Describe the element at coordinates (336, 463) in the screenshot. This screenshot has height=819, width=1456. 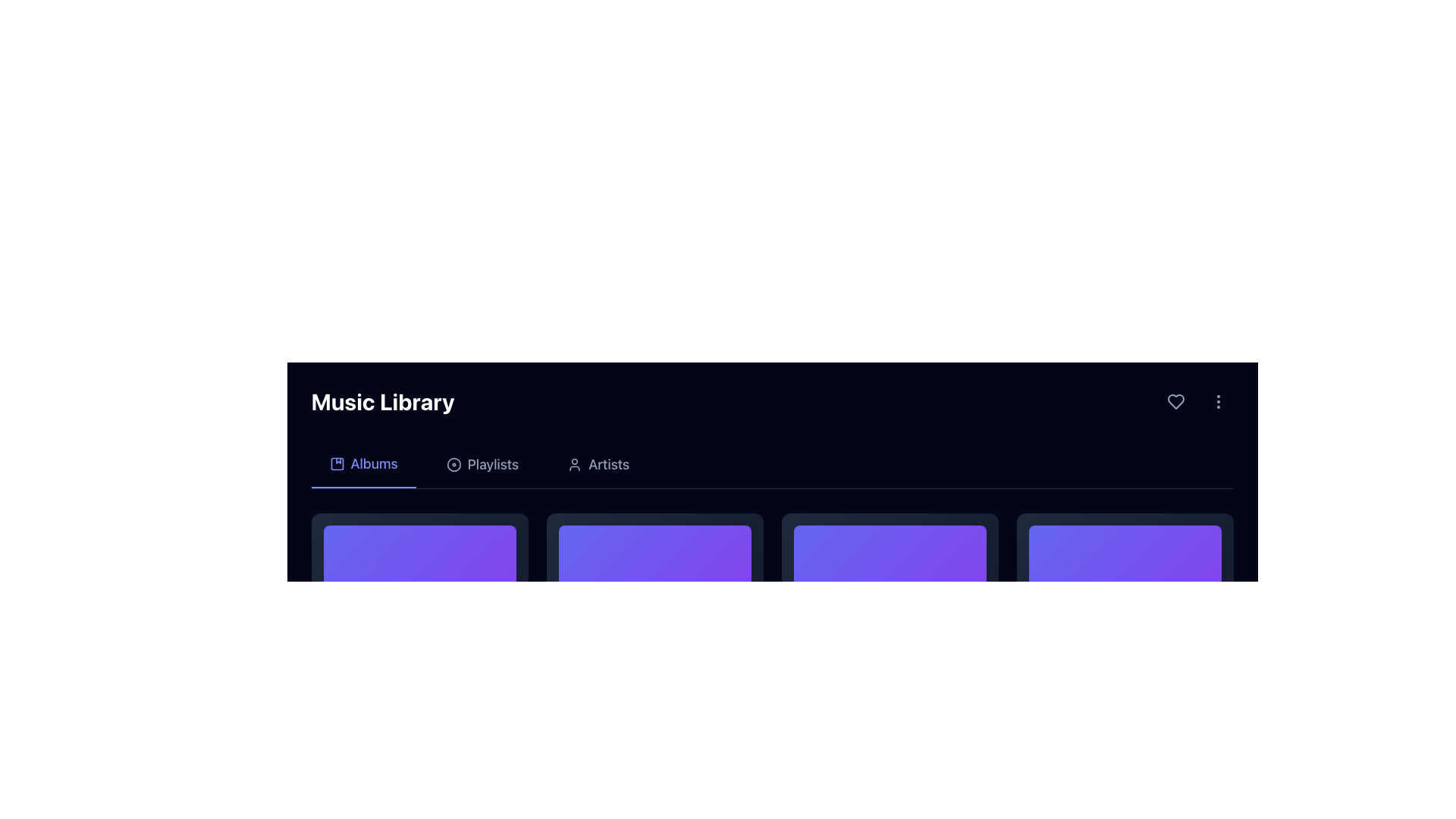
I see `the 'Albums' icon located in the top left of the navigation panel` at that location.